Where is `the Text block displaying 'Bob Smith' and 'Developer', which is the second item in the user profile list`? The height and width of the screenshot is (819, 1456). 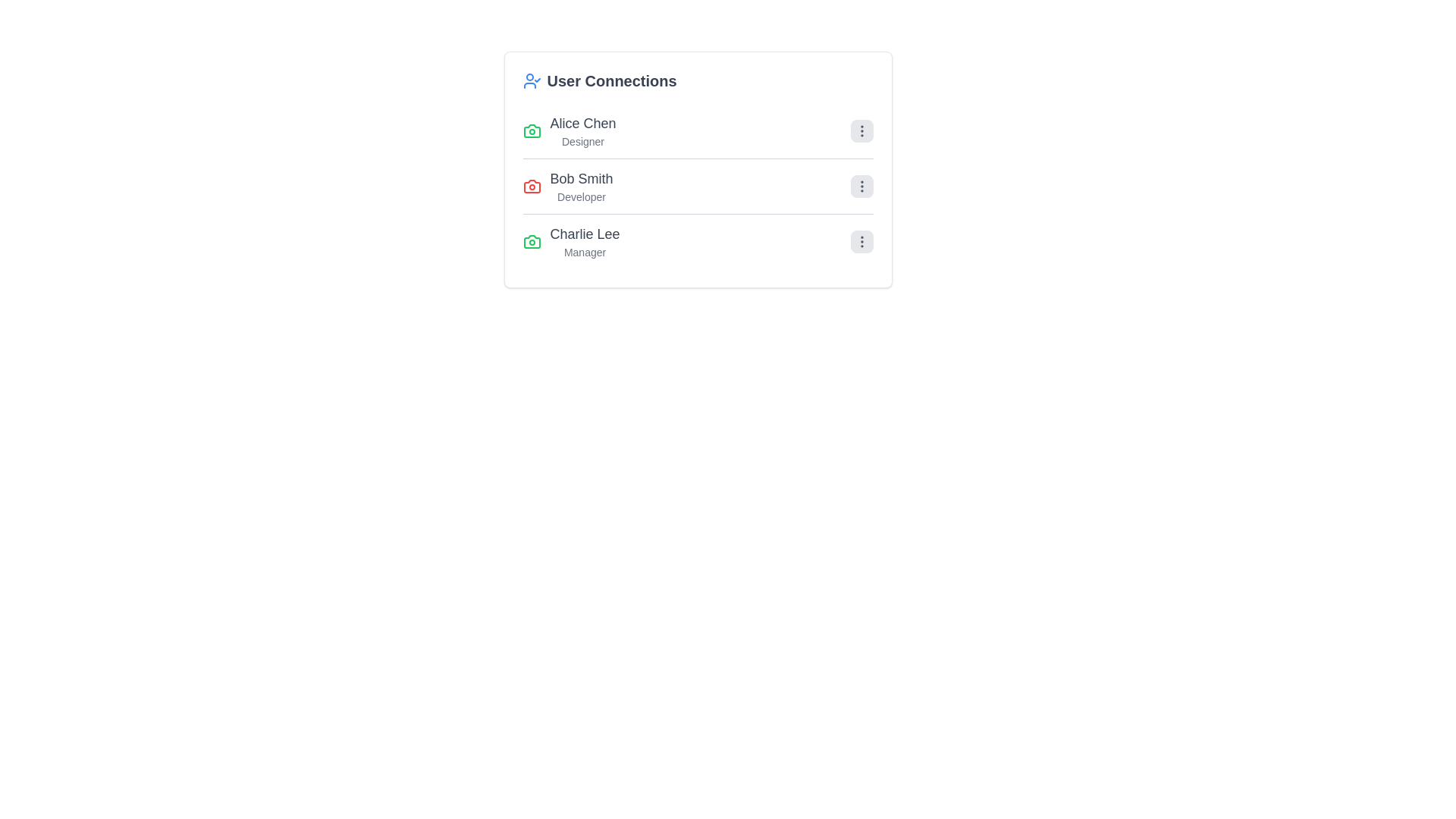
the Text block displaying 'Bob Smith' and 'Developer', which is the second item in the user profile list is located at coordinates (581, 186).